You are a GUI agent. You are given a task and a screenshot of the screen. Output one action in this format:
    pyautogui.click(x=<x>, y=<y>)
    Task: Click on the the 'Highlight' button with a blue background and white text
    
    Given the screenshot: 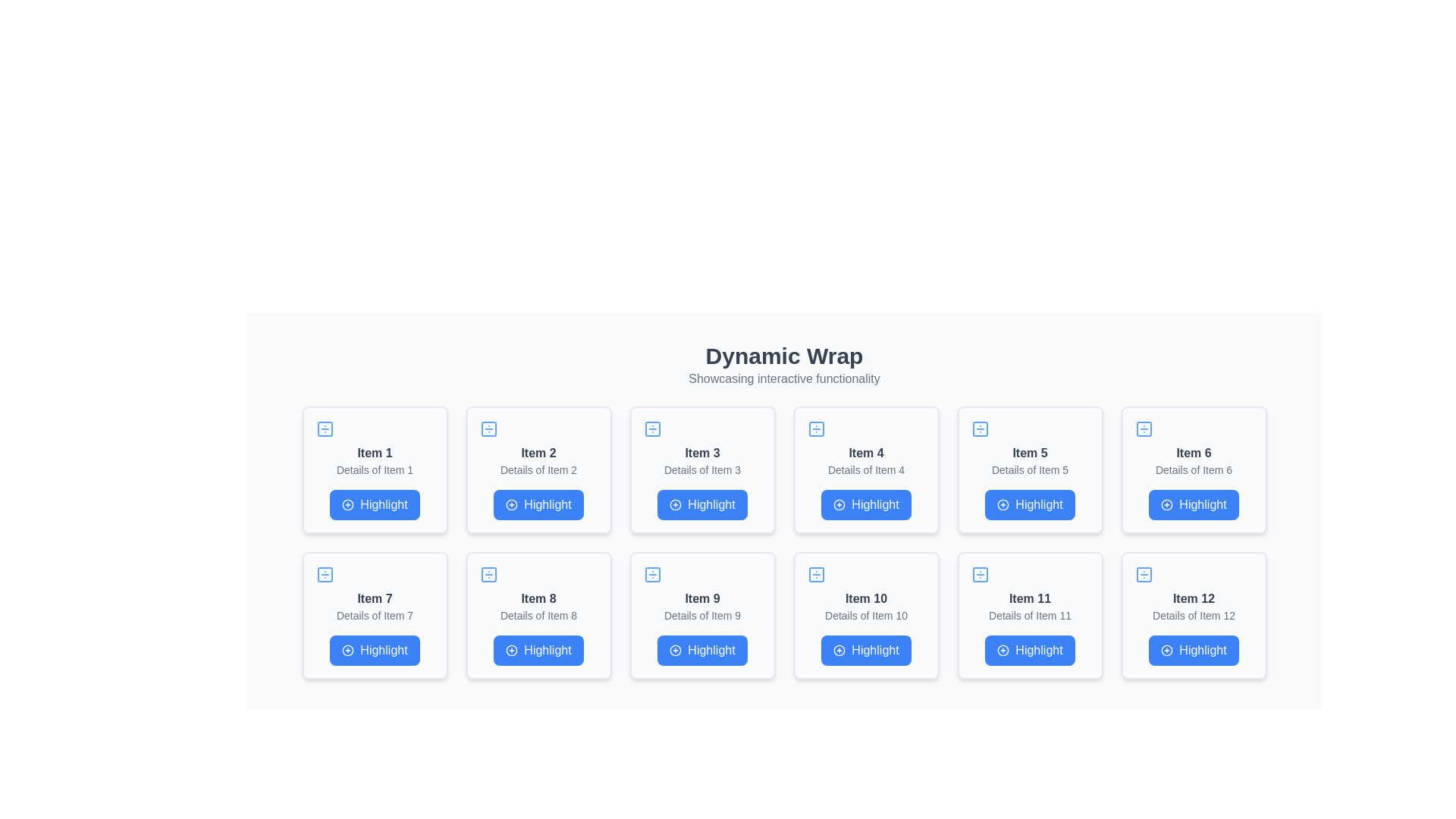 What is the action you would take?
    pyautogui.click(x=1030, y=649)
    